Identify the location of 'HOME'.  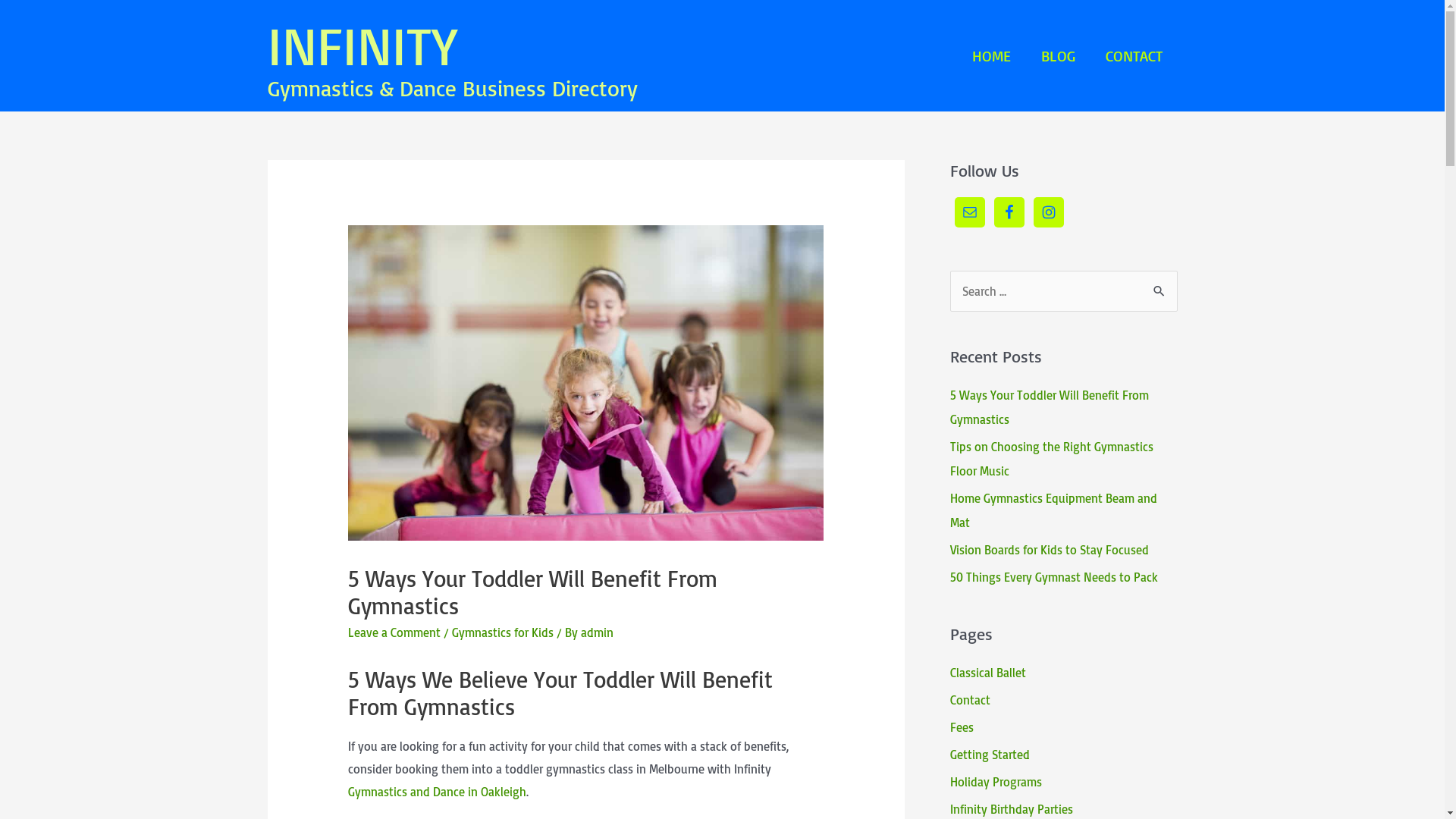
(991, 55).